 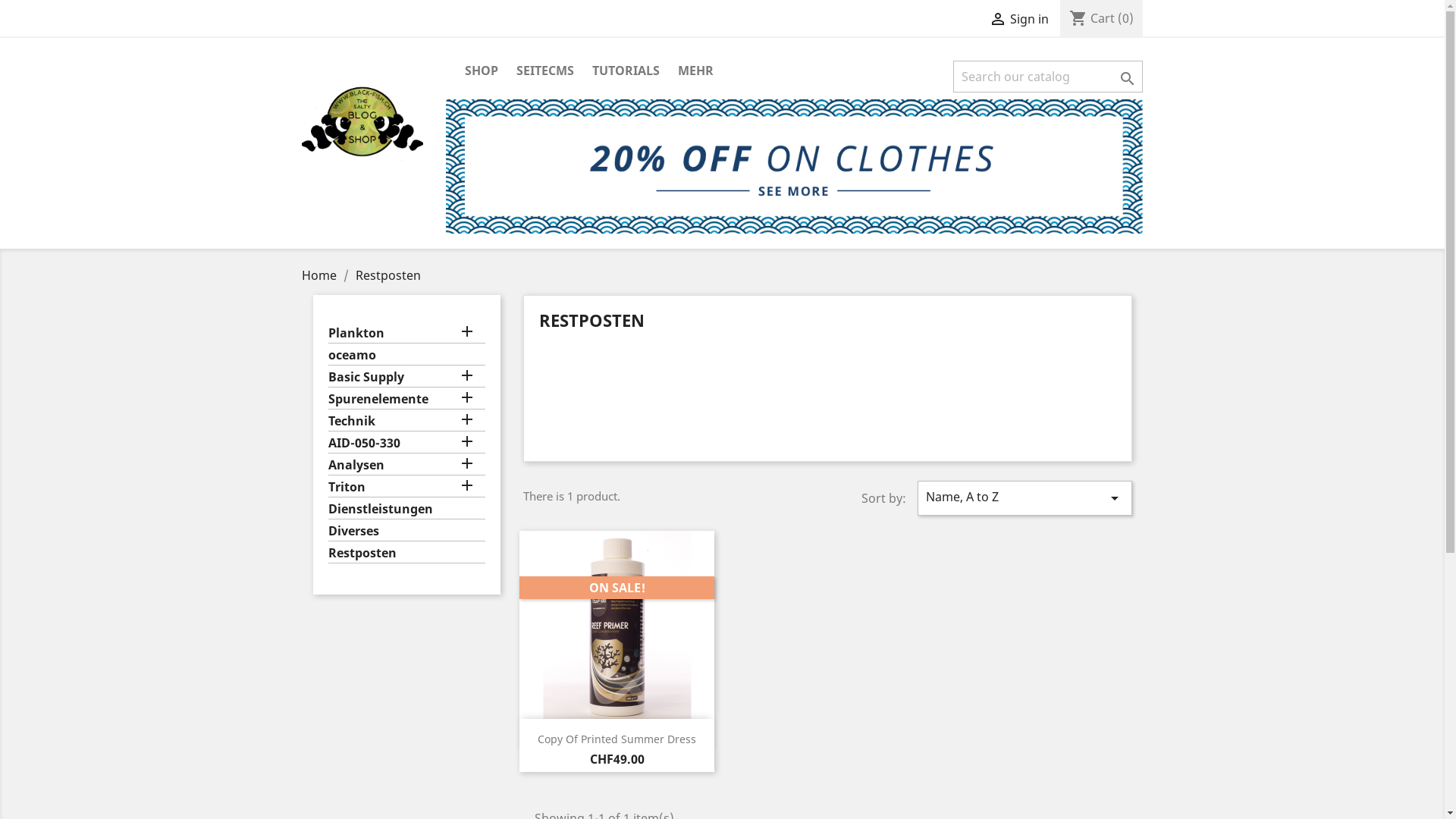 I want to click on 'Triton', so click(x=406, y=488).